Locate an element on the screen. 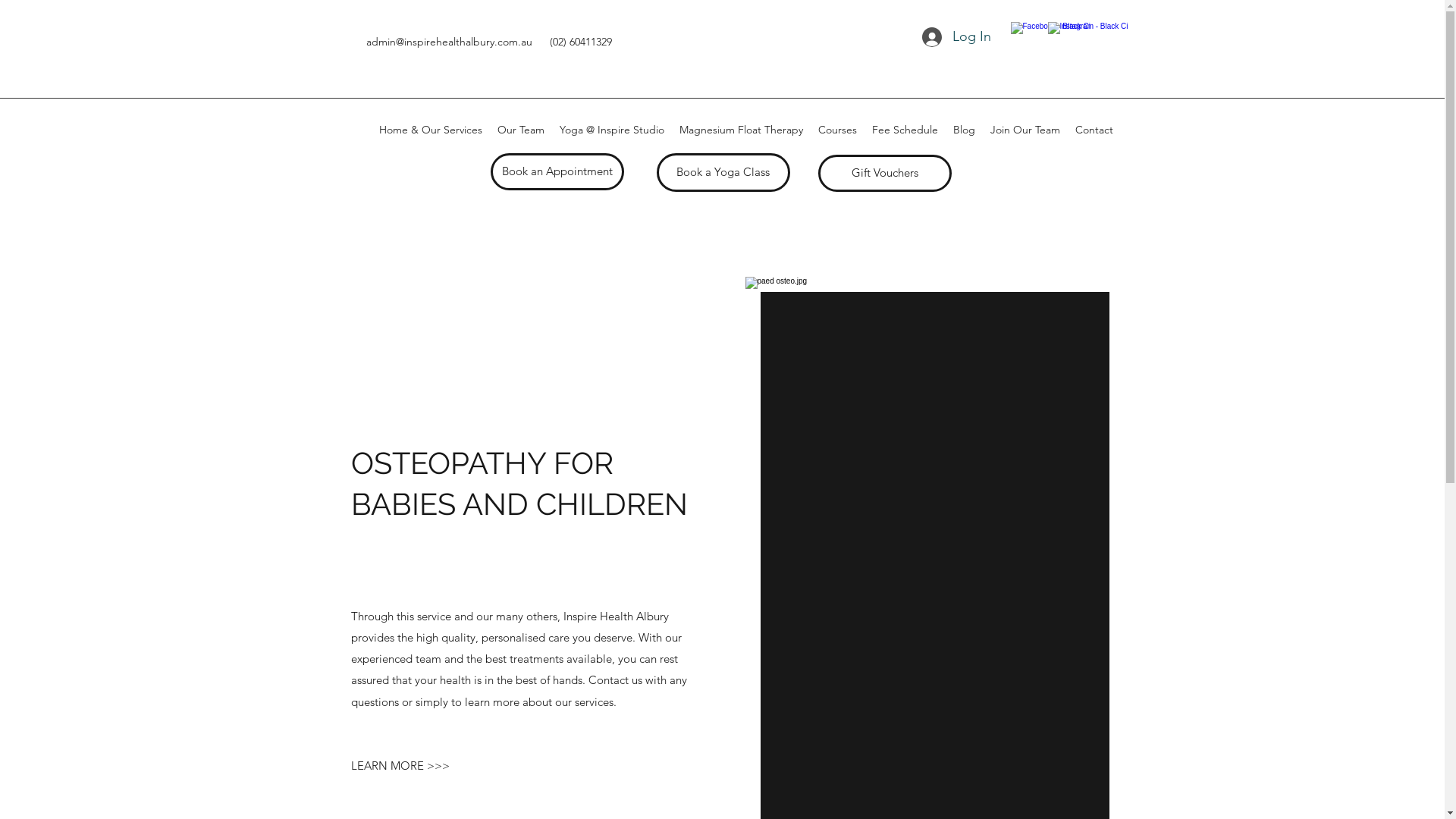 Image resolution: width=1456 pixels, height=819 pixels. 'Log In' is located at coordinates (955, 36).